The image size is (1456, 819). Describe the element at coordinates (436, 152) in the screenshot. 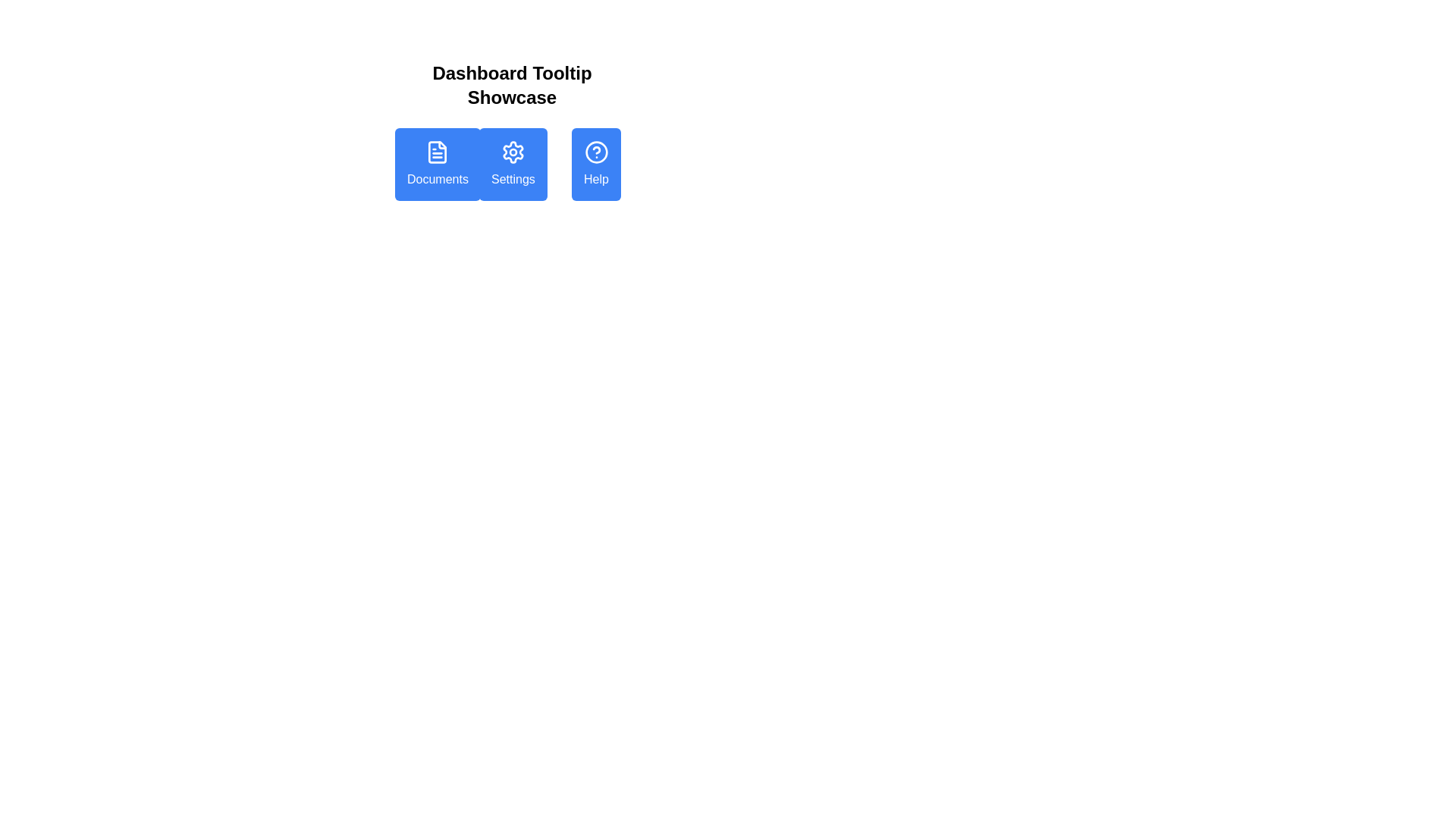

I see `the 'Documents' button, which is the first button in a horizontal row of three buttons under the 'Dashboard Tooltip Showcase' heading` at that location.